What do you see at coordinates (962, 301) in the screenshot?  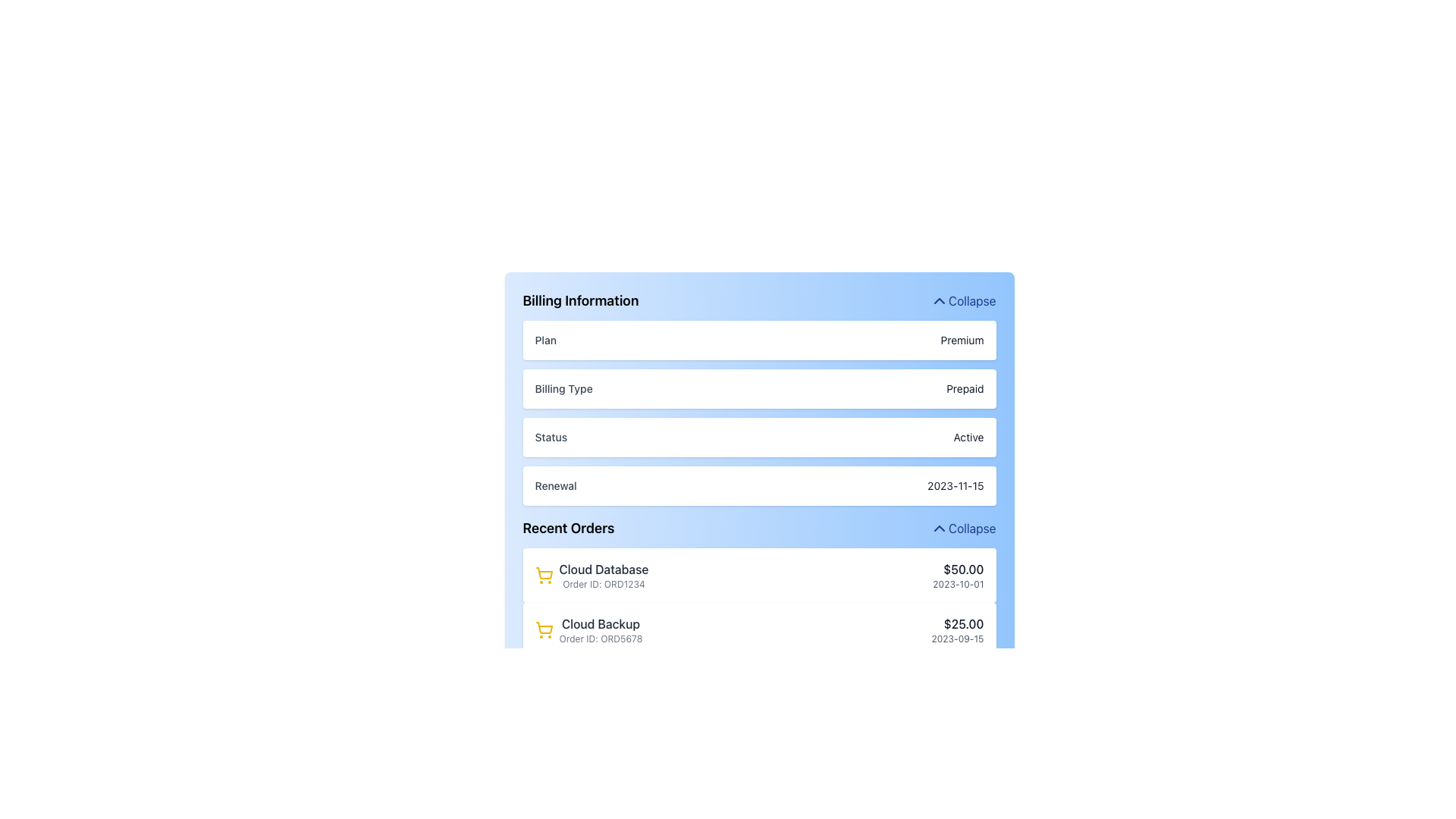 I see `the 'Collapse' interactive toggleable label with an upward-pointing chevron icon, located at the top-right corner of the 'Billing Information' section` at bounding box center [962, 301].